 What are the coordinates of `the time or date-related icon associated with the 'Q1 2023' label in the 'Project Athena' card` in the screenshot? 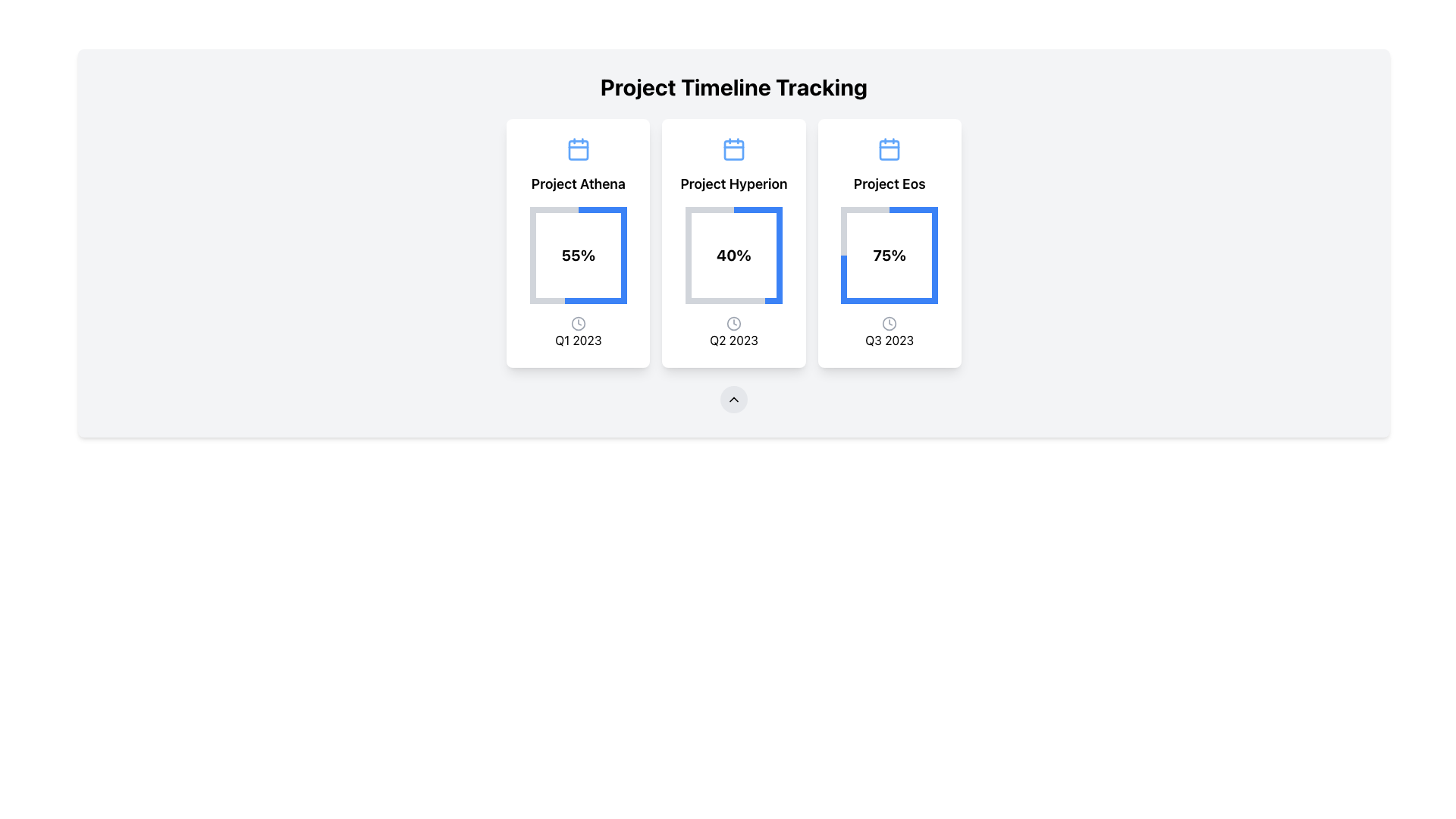 It's located at (577, 323).